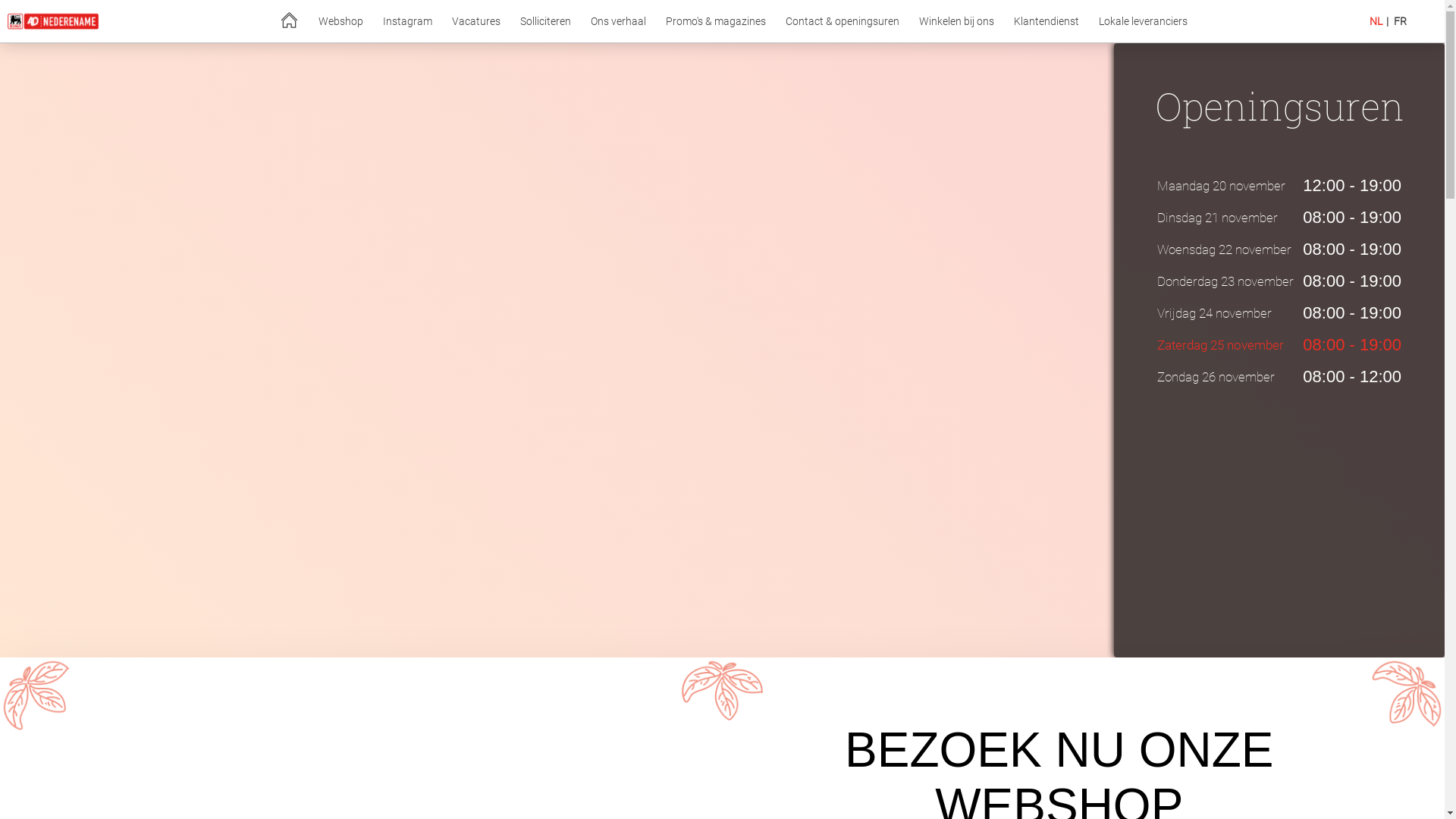 The width and height of the screenshot is (1456, 819). I want to click on 'FR', so click(1398, 20).